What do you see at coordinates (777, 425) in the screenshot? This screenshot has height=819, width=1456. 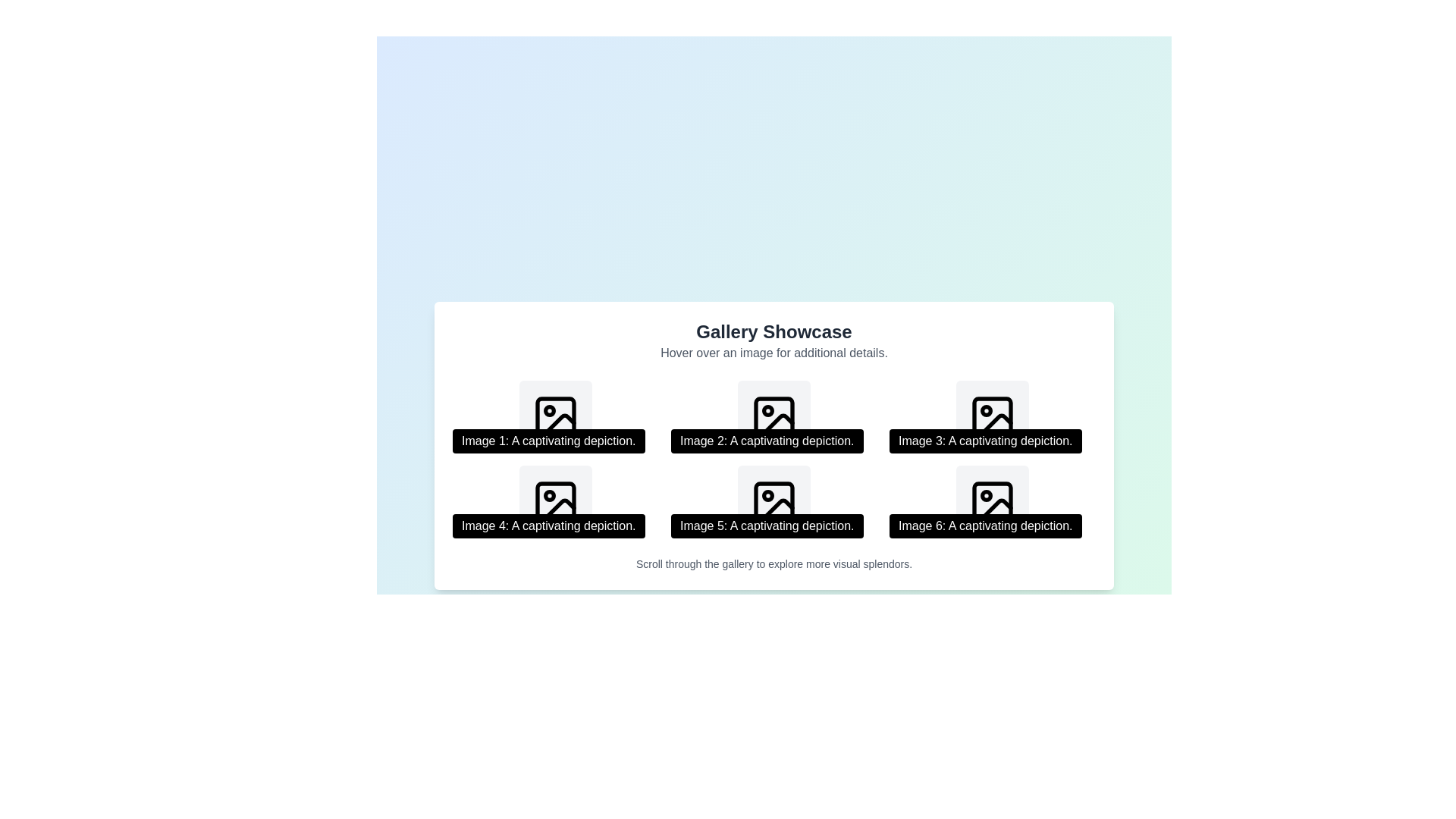 I see `the vector graphic element that enhances the visual appeal of the image placeholder in the lower right corner of 'Image 2: A captivating depiction.'` at bounding box center [777, 425].